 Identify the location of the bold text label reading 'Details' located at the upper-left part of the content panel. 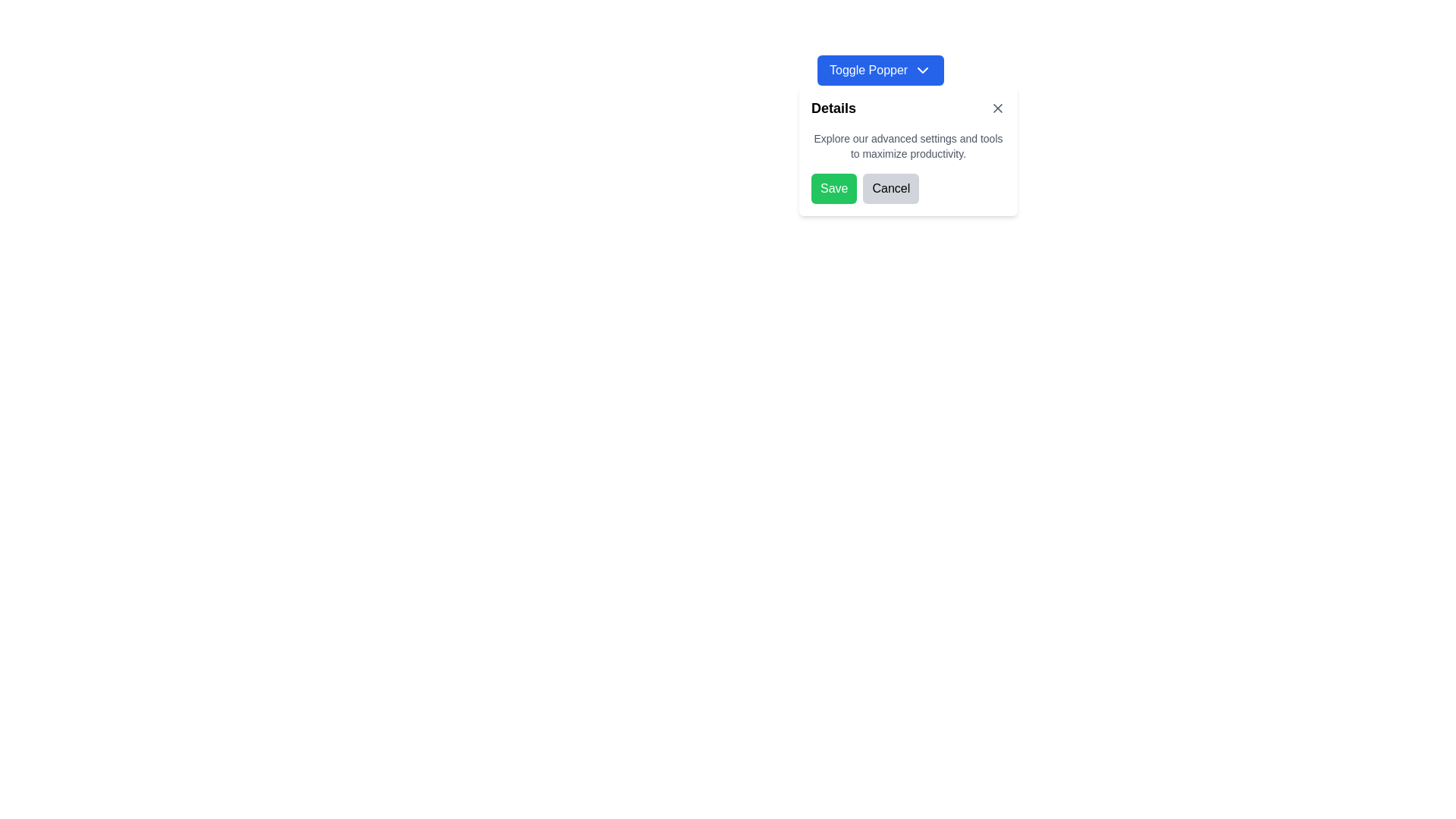
(833, 107).